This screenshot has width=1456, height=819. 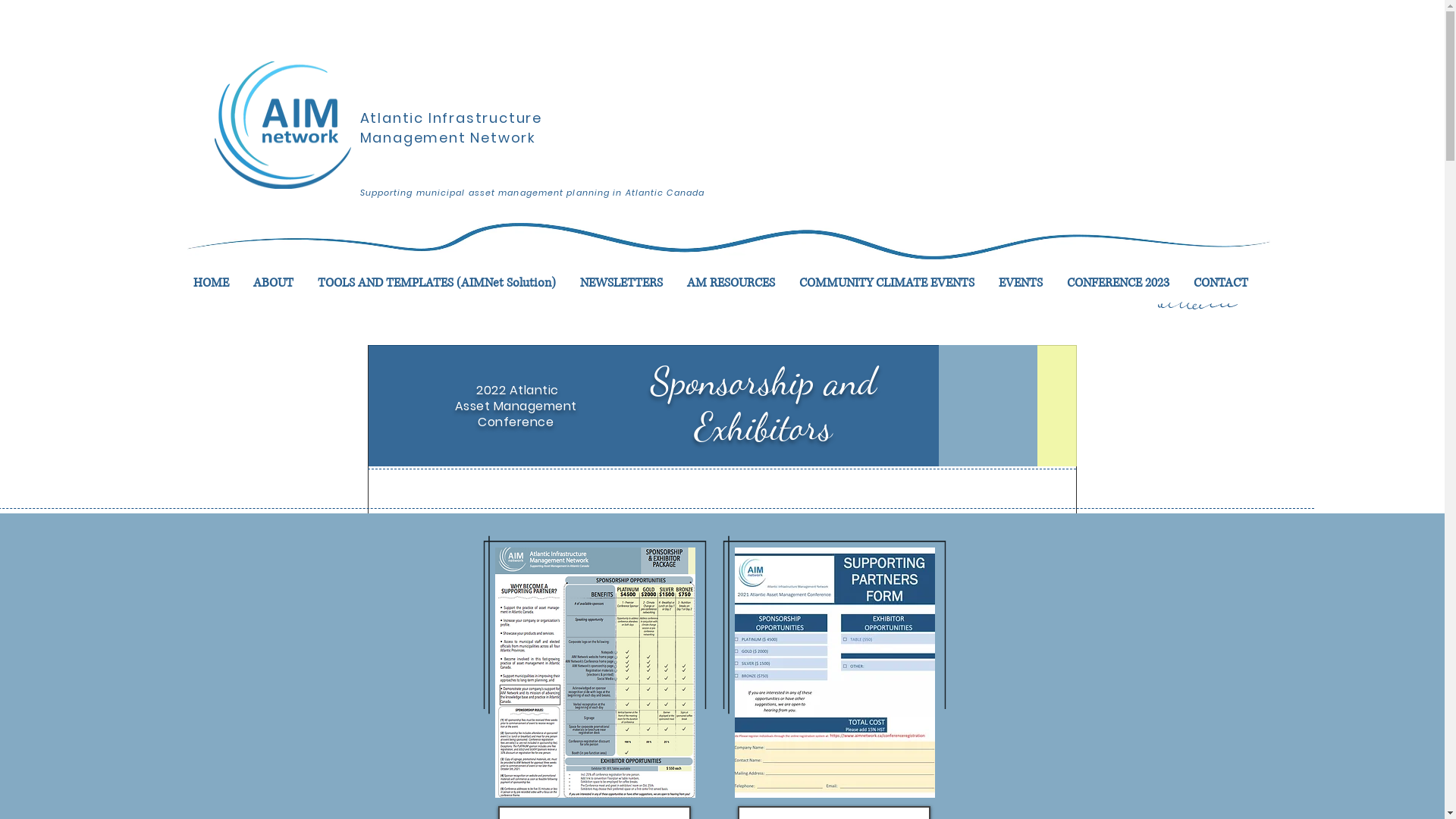 What do you see at coordinates (1053, 283) in the screenshot?
I see `'CONFERENCE 2023'` at bounding box center [1053, 283].